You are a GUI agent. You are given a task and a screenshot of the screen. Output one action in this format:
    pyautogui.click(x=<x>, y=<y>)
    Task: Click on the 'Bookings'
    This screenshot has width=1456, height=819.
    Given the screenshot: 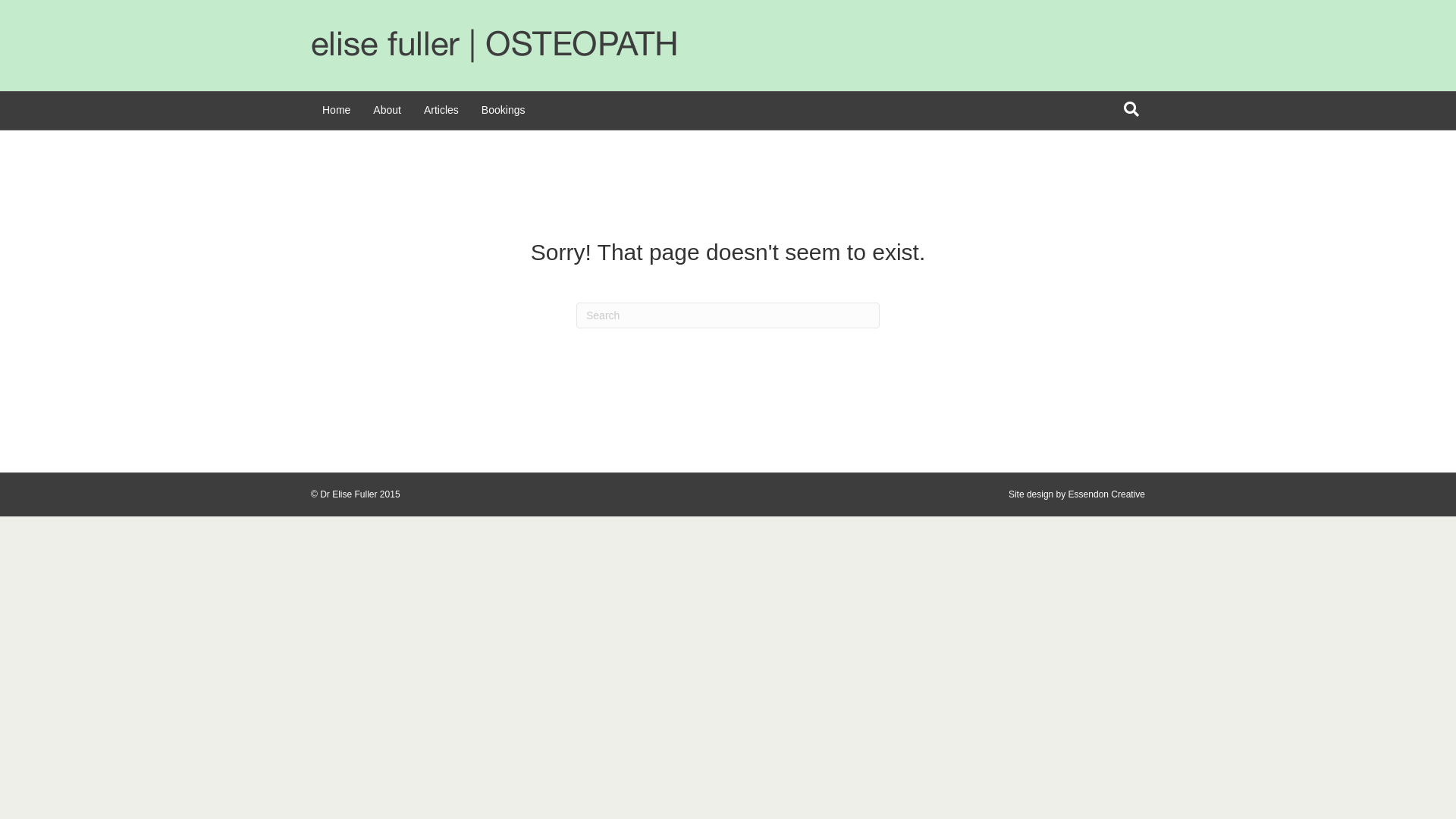 What is the action you would take?
    pyautogui.click(x=503, y=110)
    